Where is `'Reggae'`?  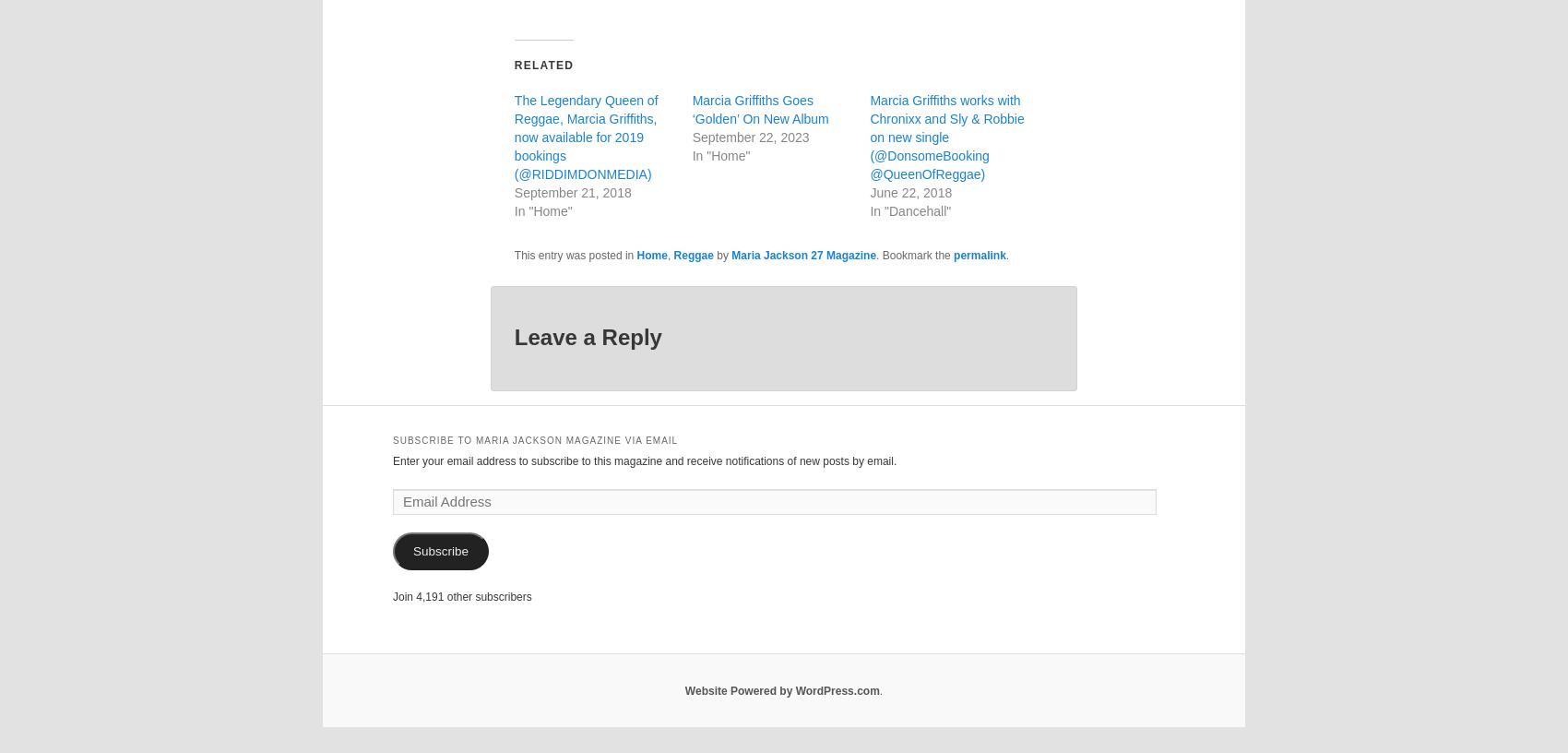
'Reggae' is located at coordinates (692, 255).